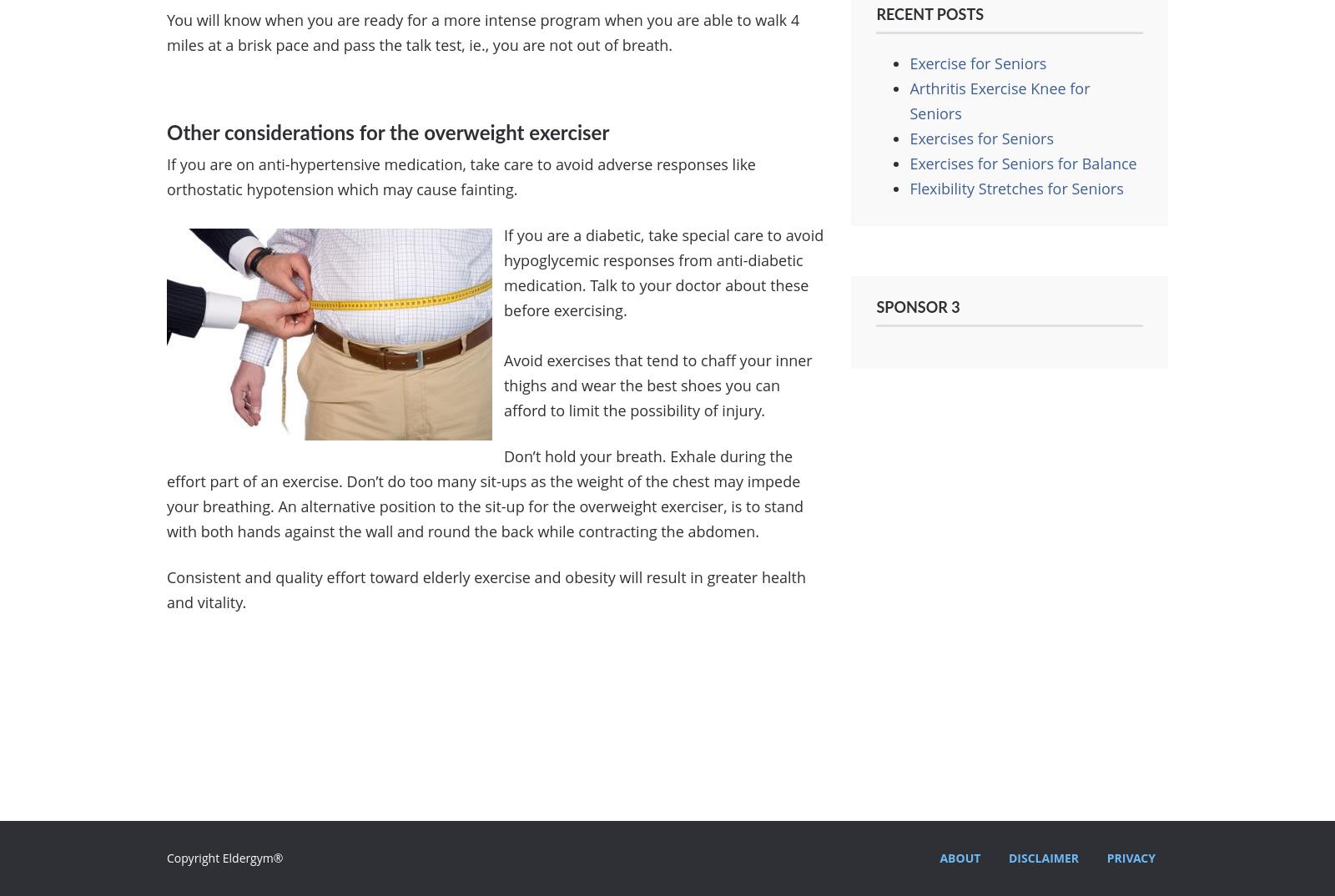 This screenshot has height=896, width=1335. Describe the element at coordinates (663, 272) in the screenshot. I see `'If you are a diabetic, take special care to avoid hypoglycemic responses from anti-diabetic medication. Talk to your doctor about these before exercising.'` at that location.